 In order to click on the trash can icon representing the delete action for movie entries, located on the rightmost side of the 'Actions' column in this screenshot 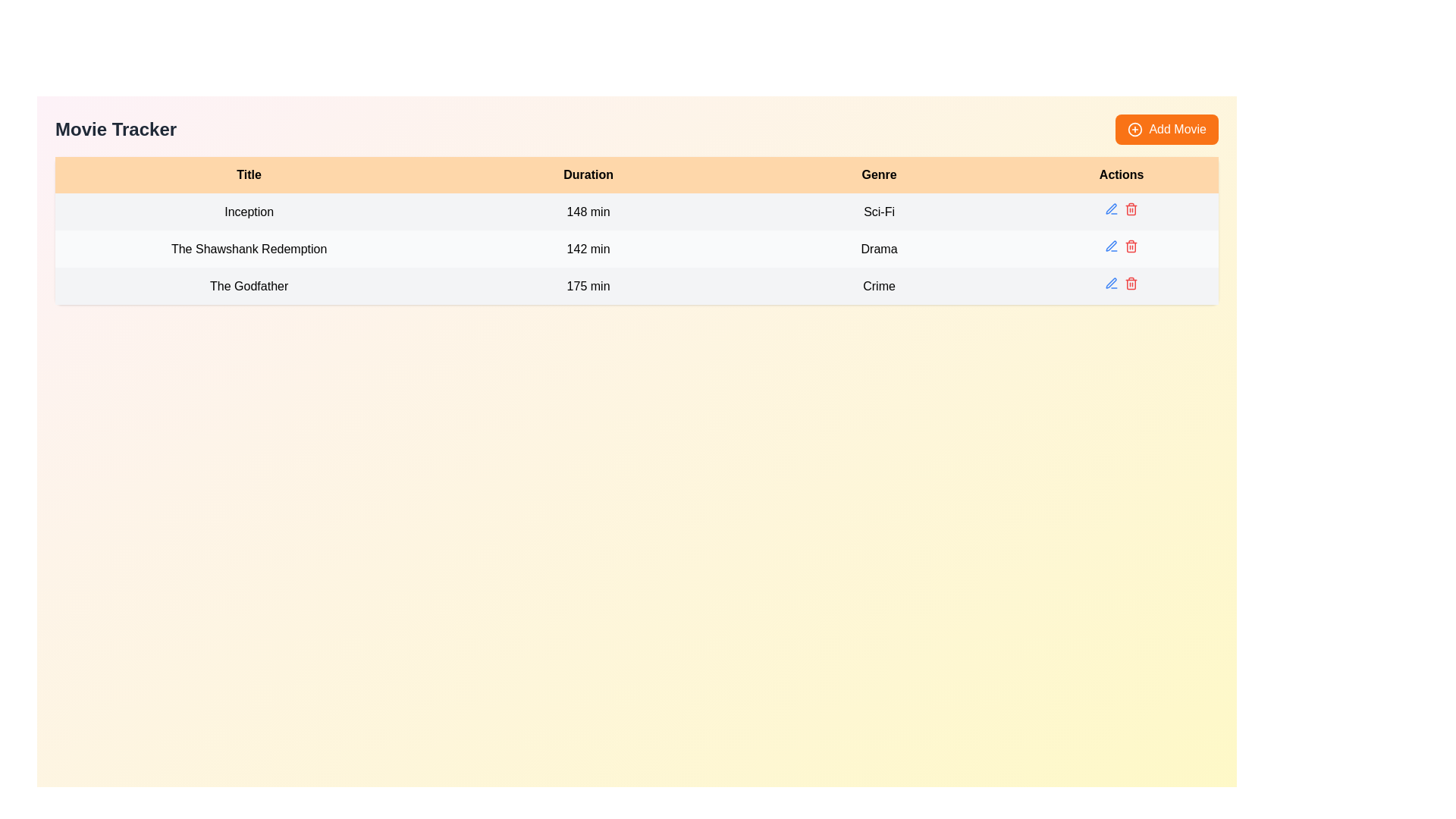, I will do `click(1131, 284)`.